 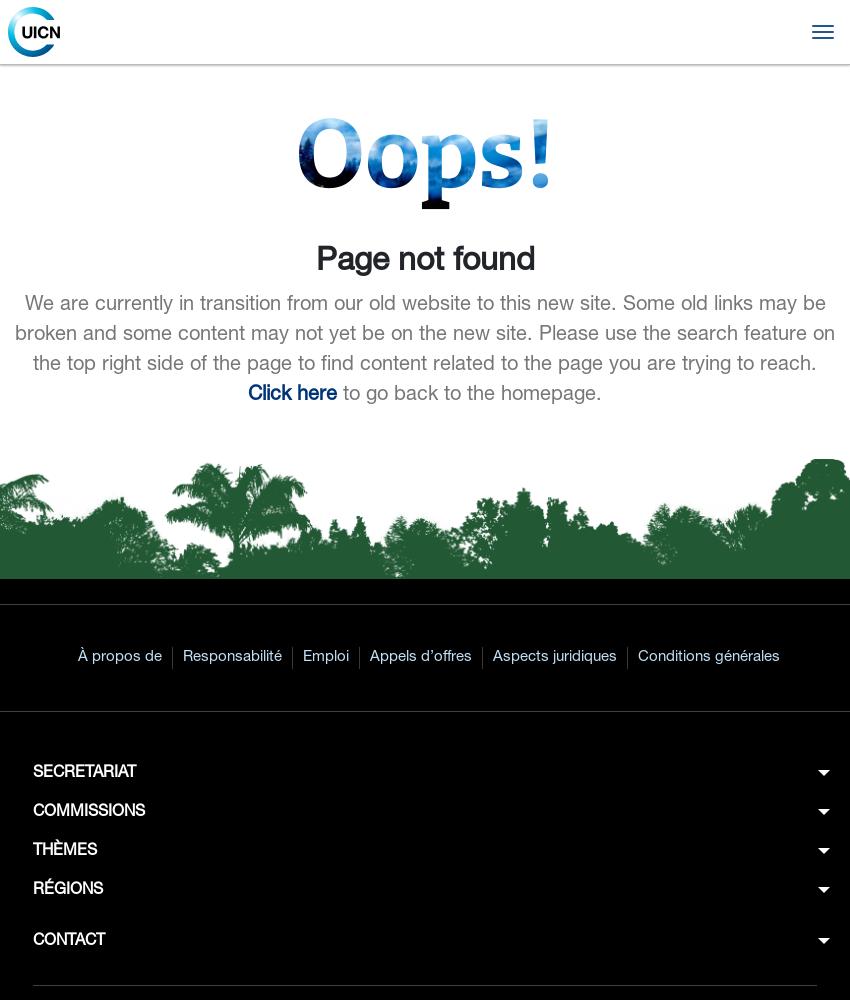 What do you see at coordinates (706, 656) in the screenshot?
I see `'Conditions générales'` at bounding box center [706, 656].